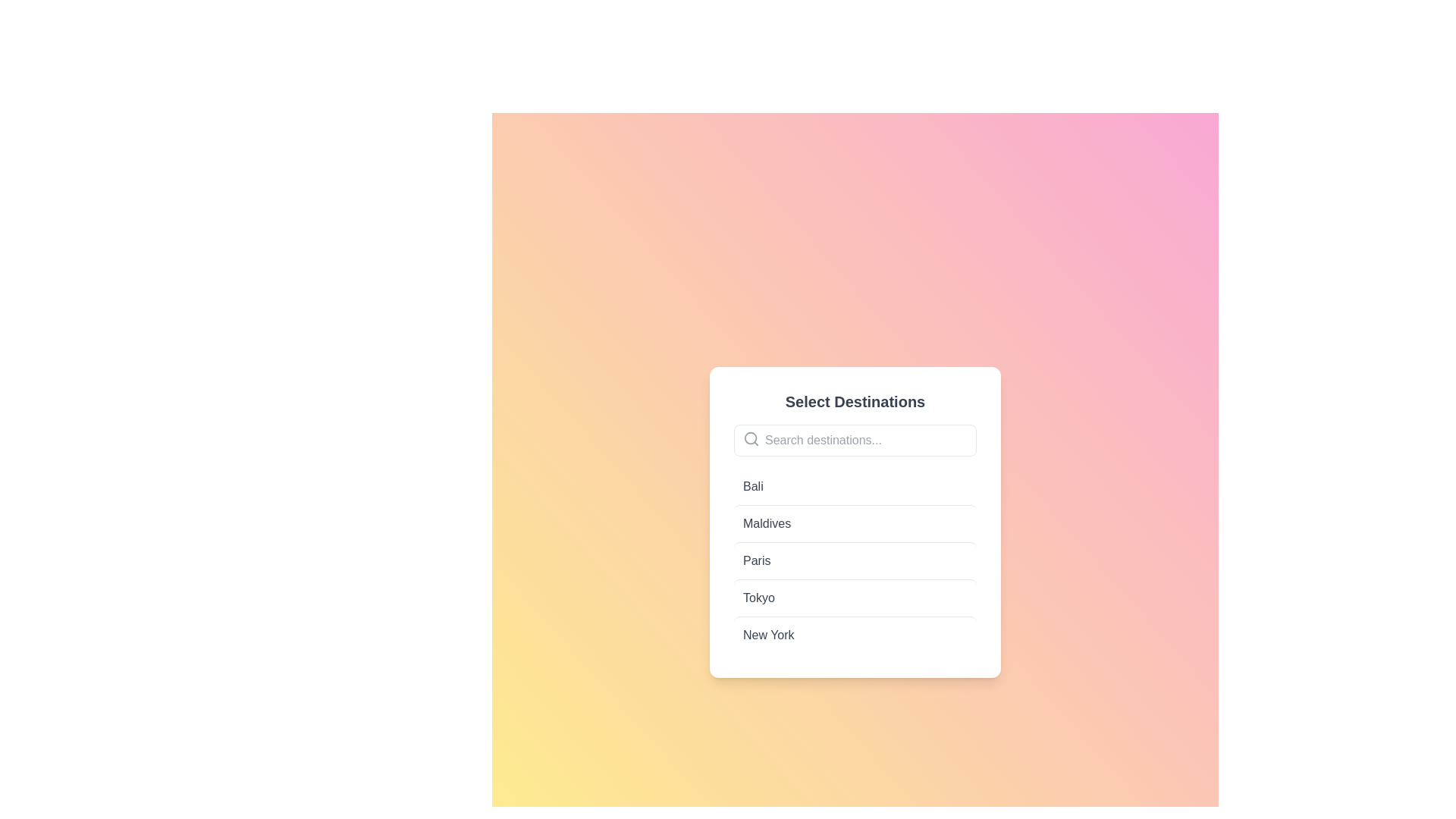  I want to click on the first selectable list item representing 'Bali', so click(855, 486).